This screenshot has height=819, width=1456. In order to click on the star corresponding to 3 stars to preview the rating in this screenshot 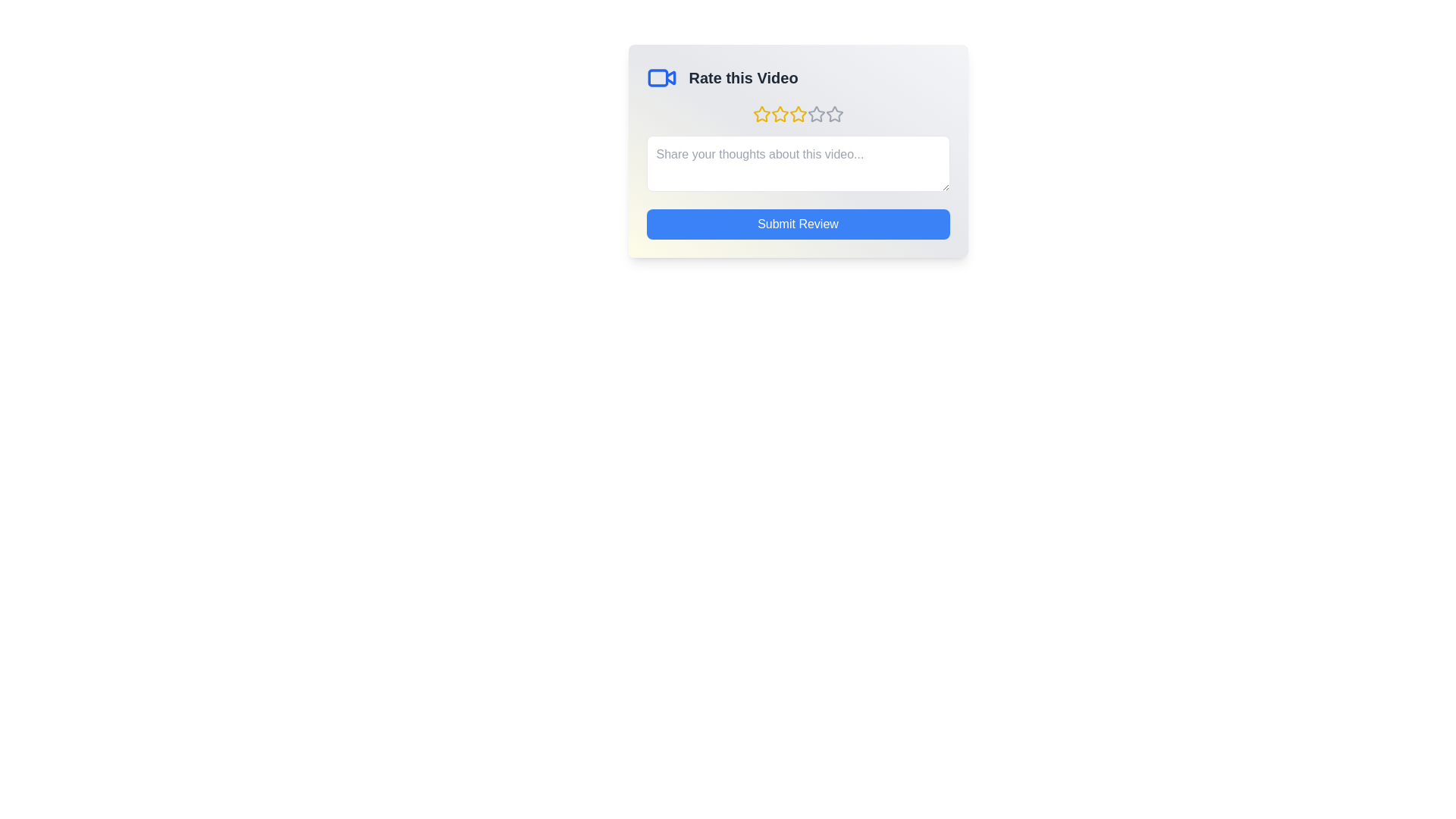, I will do `click(797, 113)`.